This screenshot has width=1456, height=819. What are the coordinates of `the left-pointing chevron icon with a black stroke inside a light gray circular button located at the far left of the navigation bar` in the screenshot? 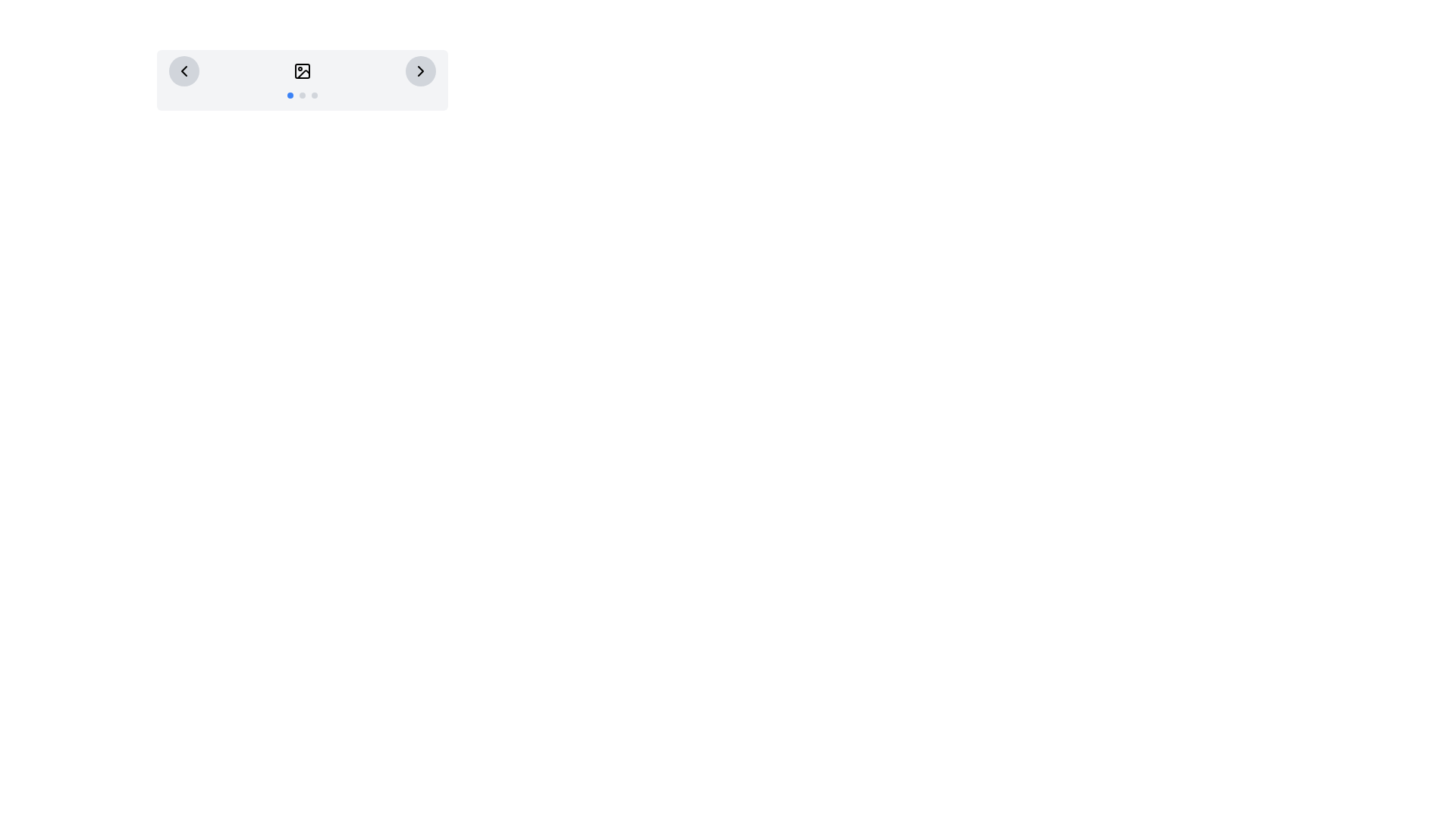 It's located at (183, 71).